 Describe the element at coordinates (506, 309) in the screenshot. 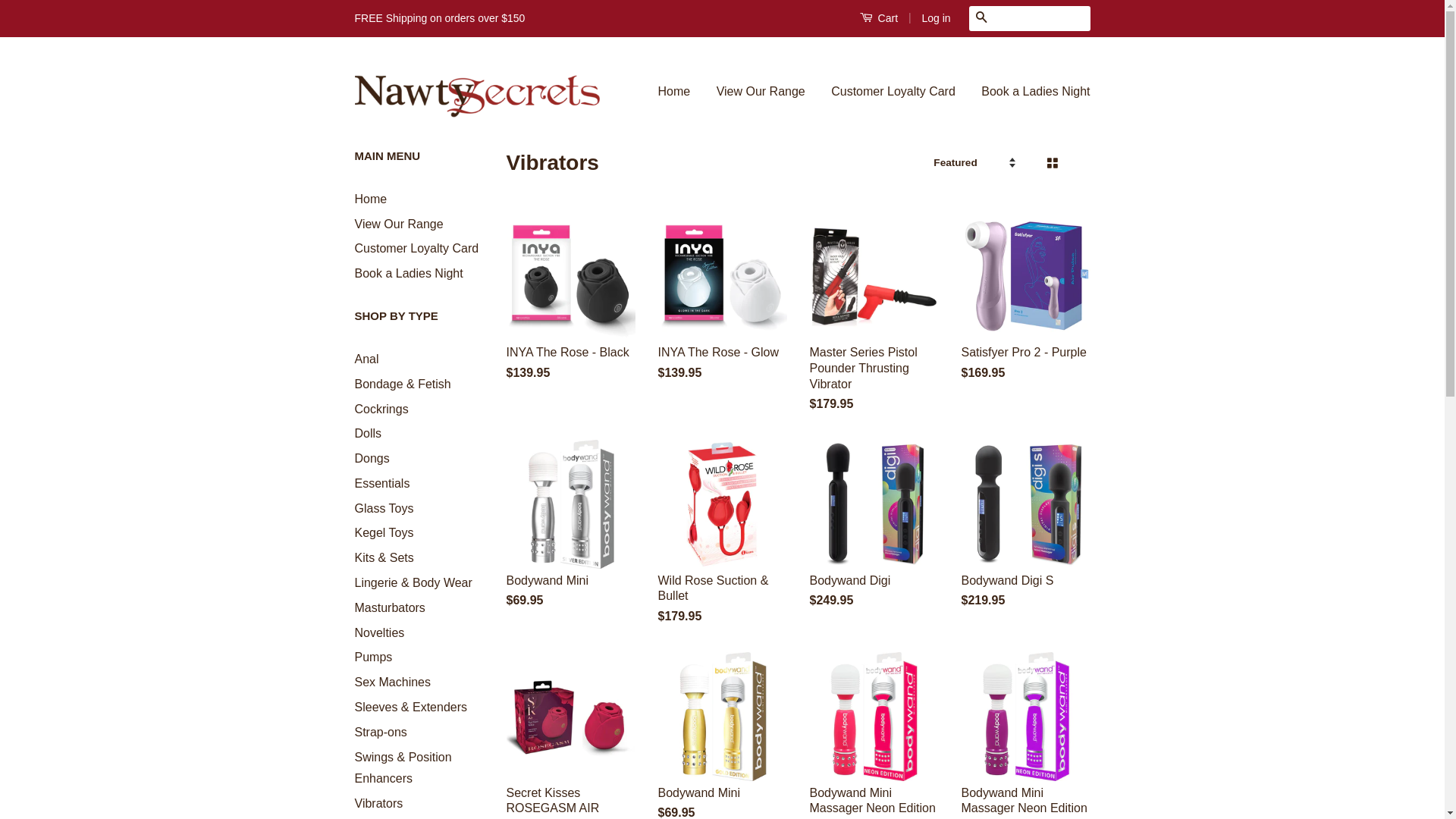

I see `'INYA The Rose - Black` at that location.